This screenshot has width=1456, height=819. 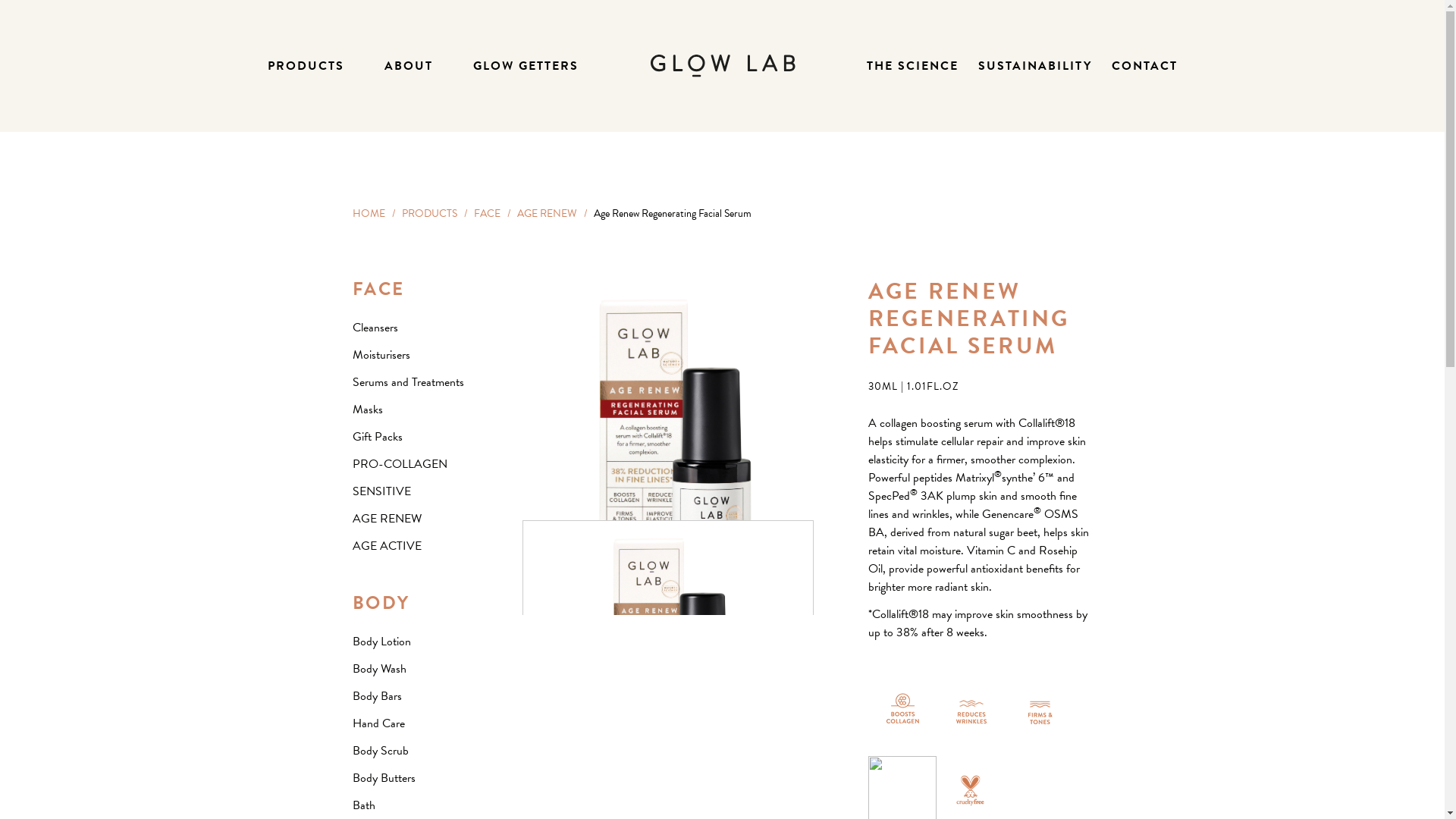 I want to click on 'Bath', so click(x=362, y=804).